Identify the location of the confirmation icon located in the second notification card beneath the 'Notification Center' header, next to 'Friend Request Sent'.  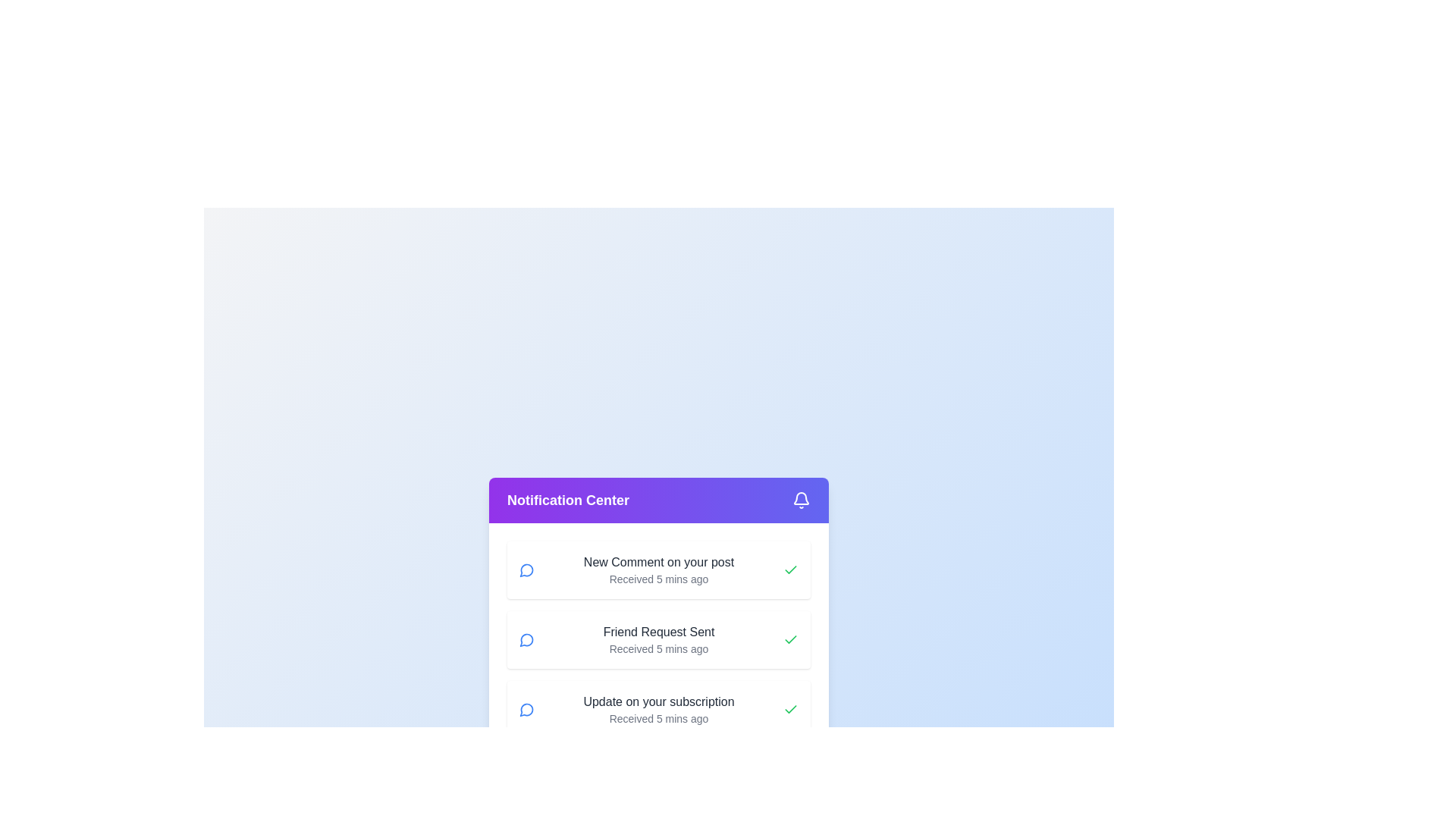
(789, 570).